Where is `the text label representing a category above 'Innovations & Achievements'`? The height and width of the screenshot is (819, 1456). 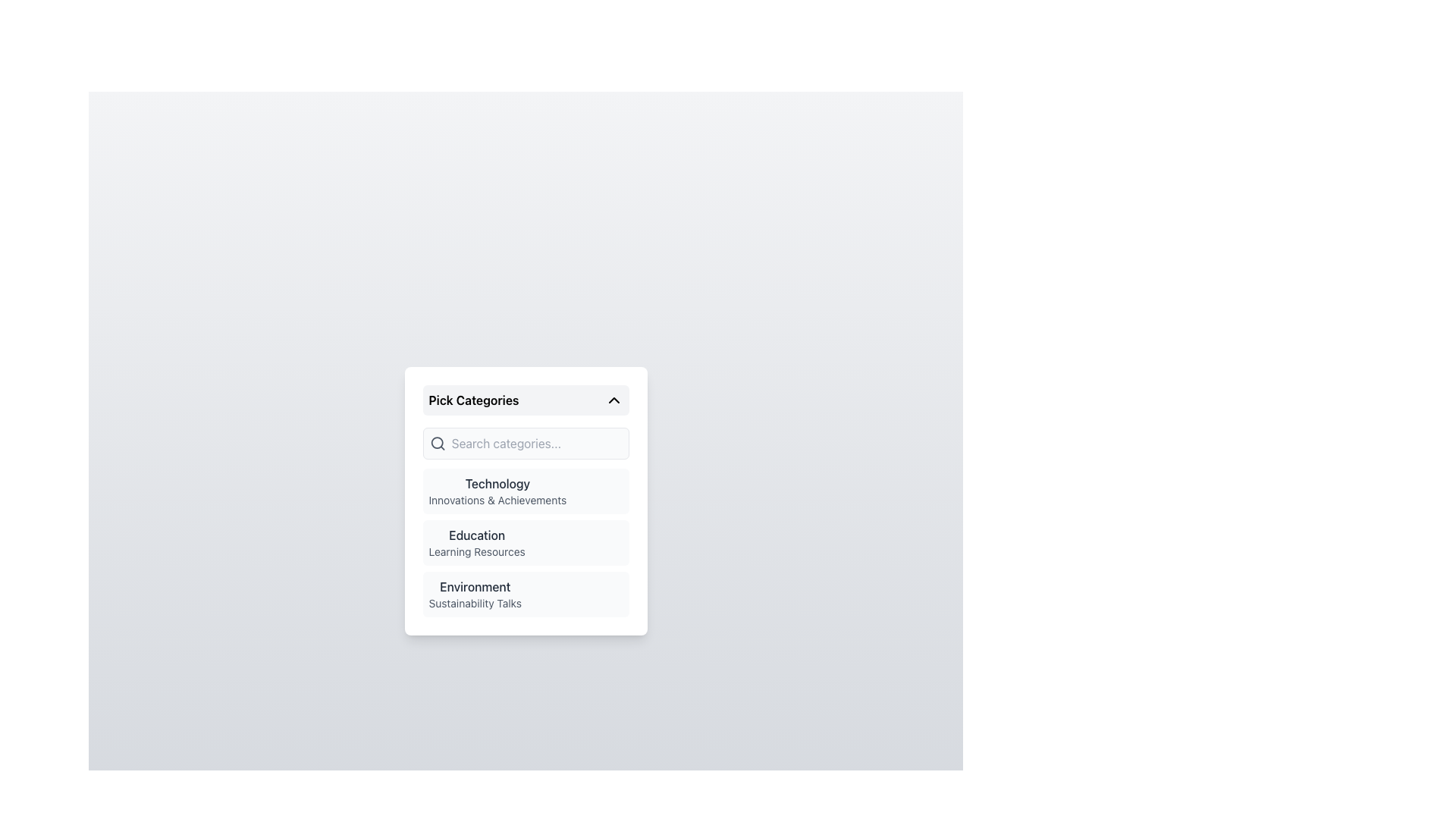 the text label representing a category above 'Innovations & Achievements' is located at coordinates (497, 483).